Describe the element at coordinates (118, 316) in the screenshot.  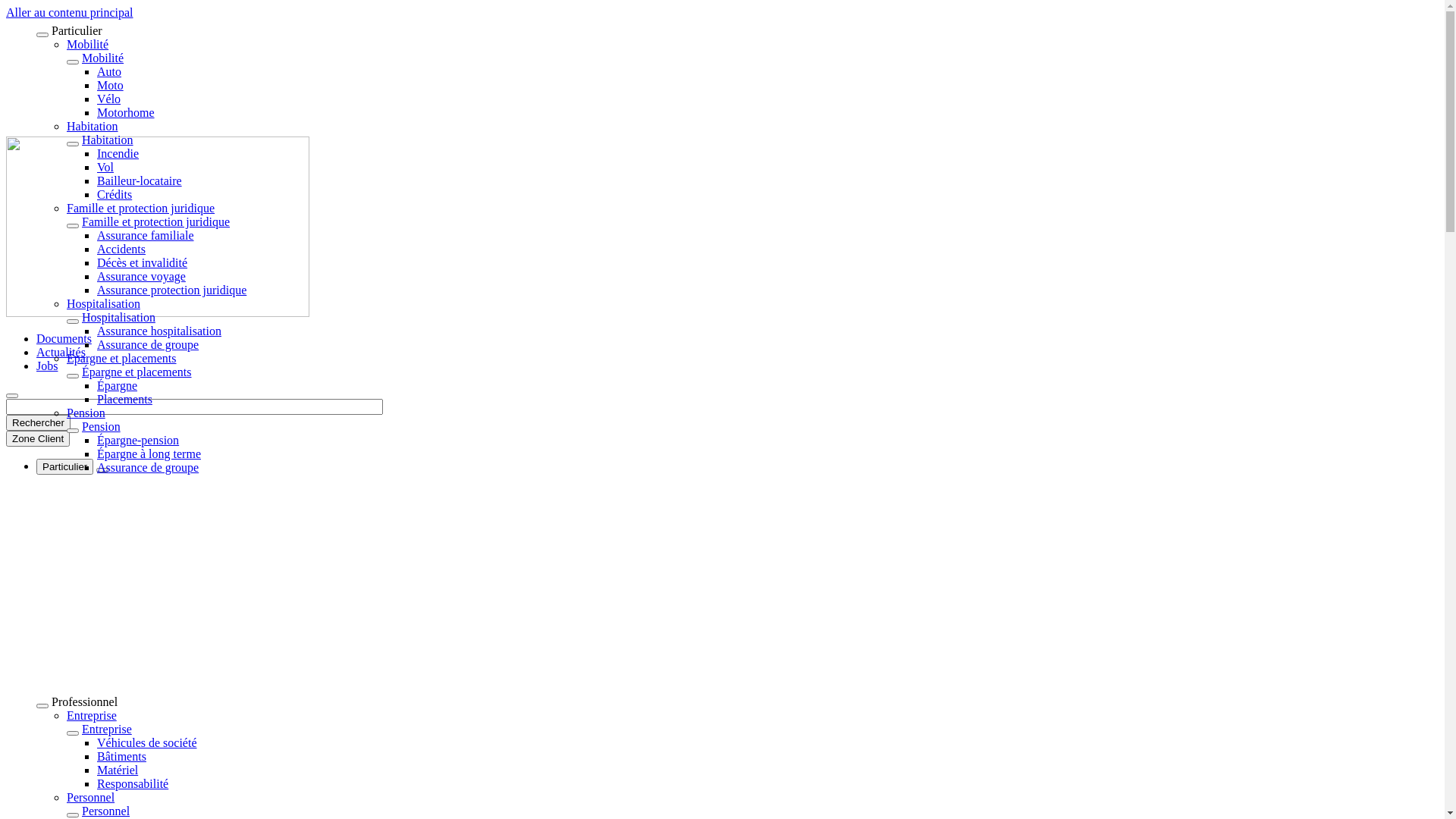
I see `'Hospitalisation'` at that location.